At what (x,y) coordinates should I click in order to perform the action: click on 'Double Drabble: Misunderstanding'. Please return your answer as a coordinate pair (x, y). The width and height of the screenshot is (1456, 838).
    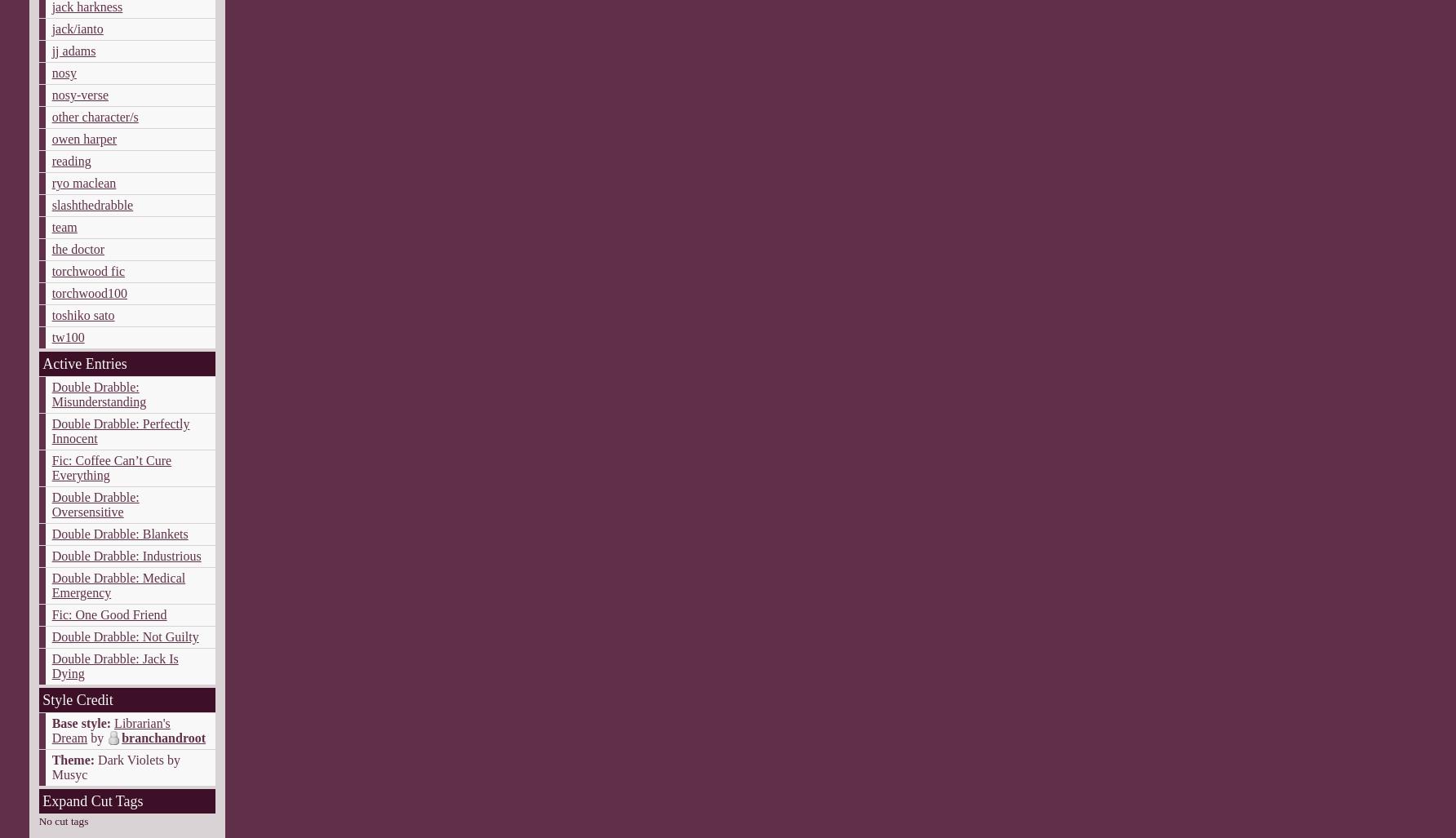
    Looking at the image, I should click on (97, 394).